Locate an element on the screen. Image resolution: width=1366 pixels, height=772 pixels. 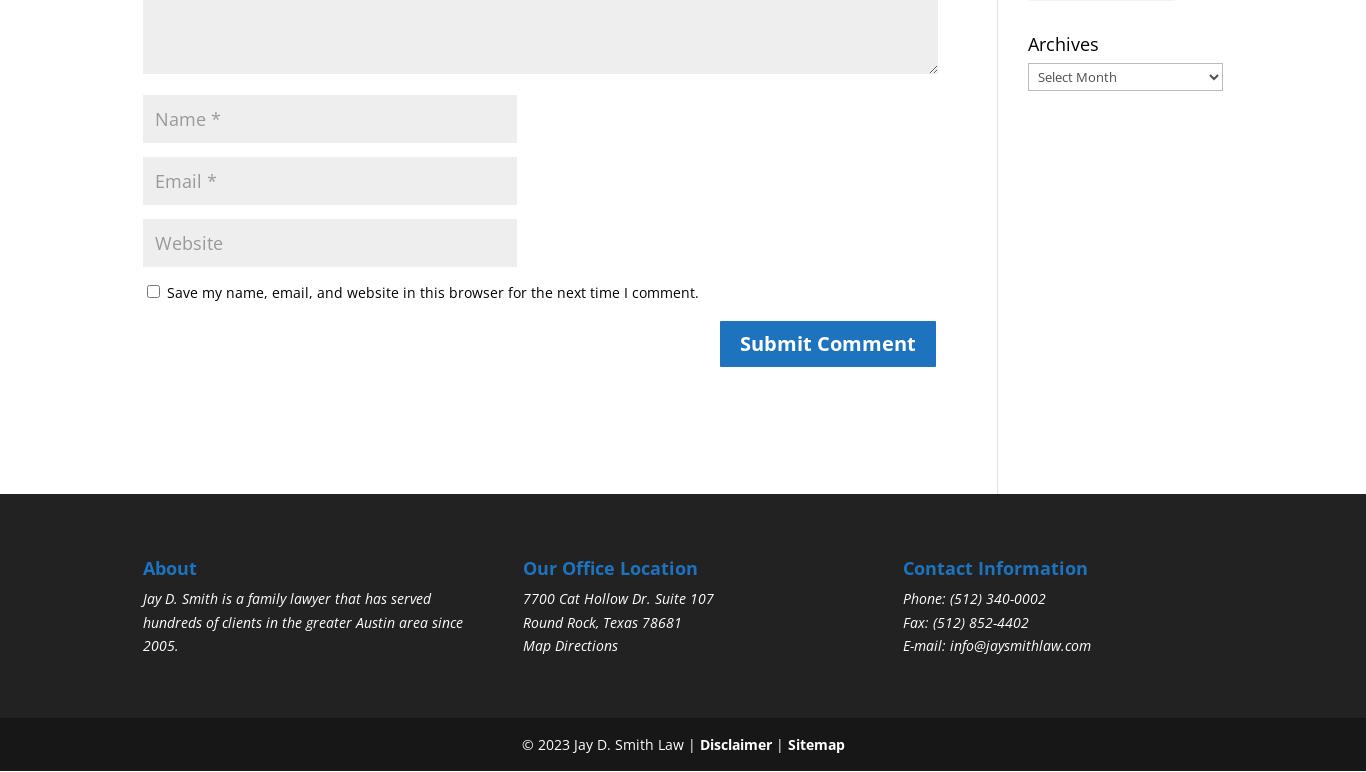
'Jay D. Smith is a family lawyer that has served hundreds of clients in the greater Austin area since 2005.' is located at coordinates (302, 620).